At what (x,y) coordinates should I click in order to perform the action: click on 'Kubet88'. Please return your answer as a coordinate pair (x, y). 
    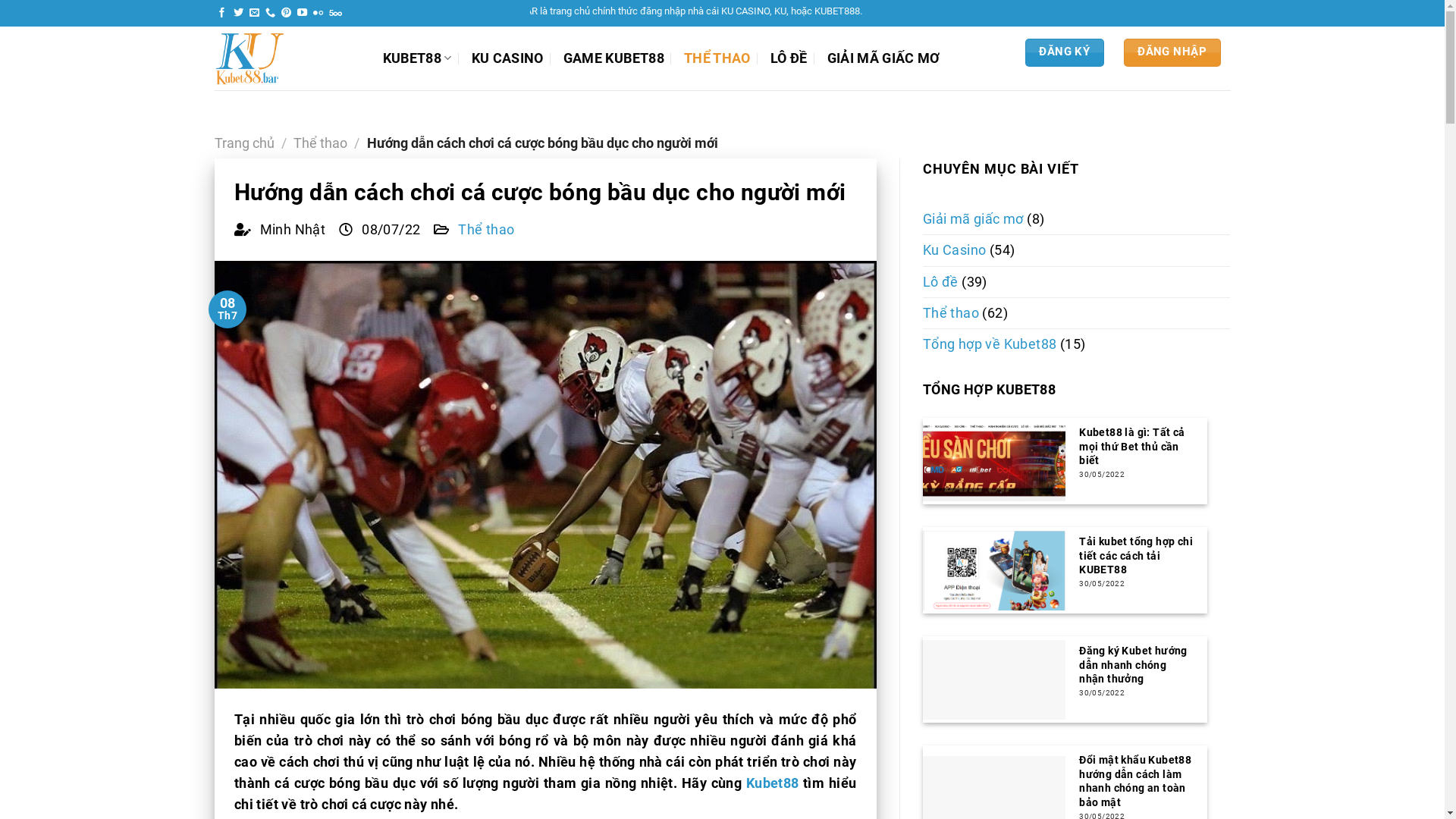
    Looking at the image, I should click on (745, 783).